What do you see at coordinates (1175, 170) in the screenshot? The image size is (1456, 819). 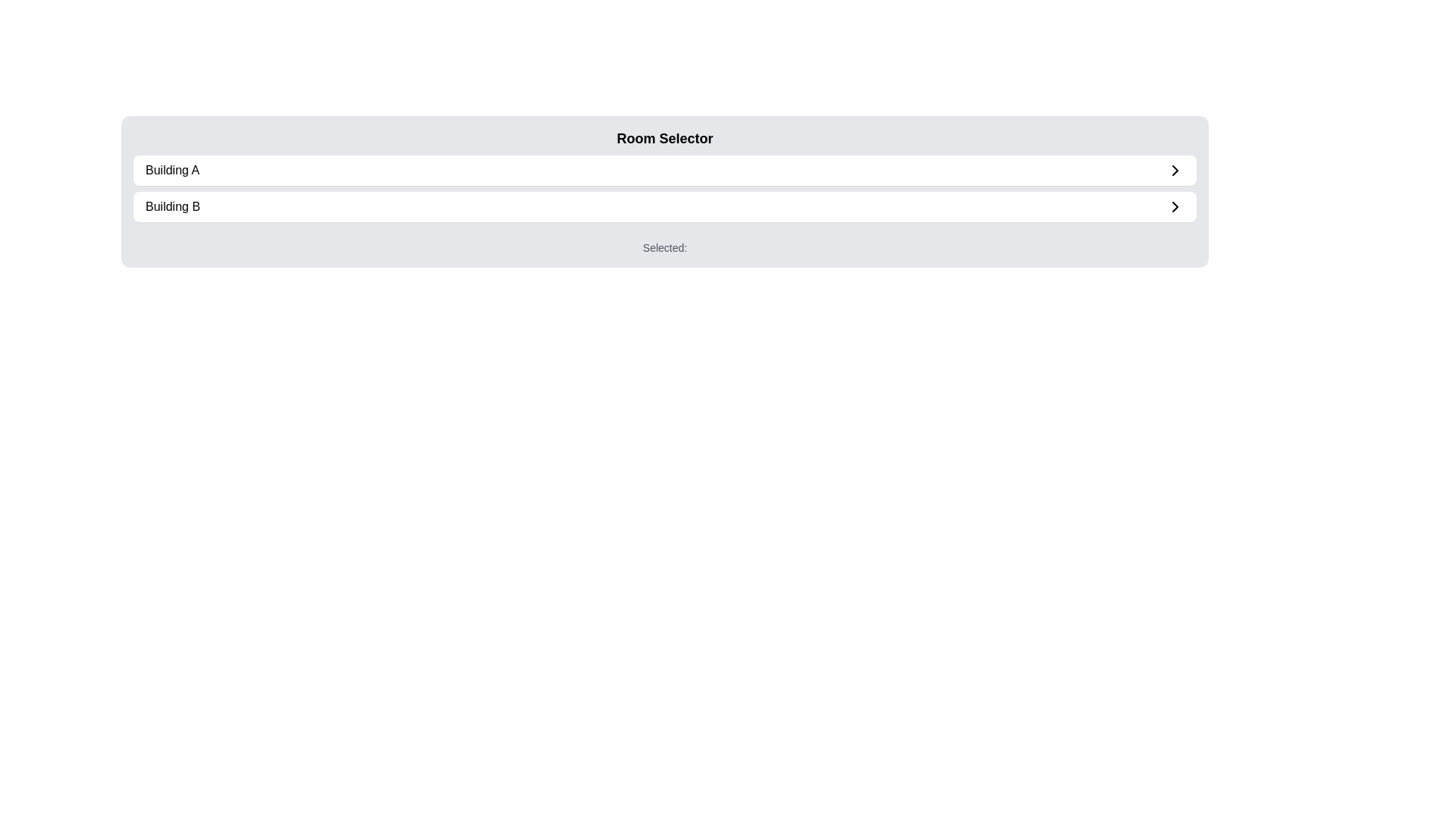 I see `the right-facing chevron icon located at the far right end of the 'Building A' row` at bounding box center [1175, 170].